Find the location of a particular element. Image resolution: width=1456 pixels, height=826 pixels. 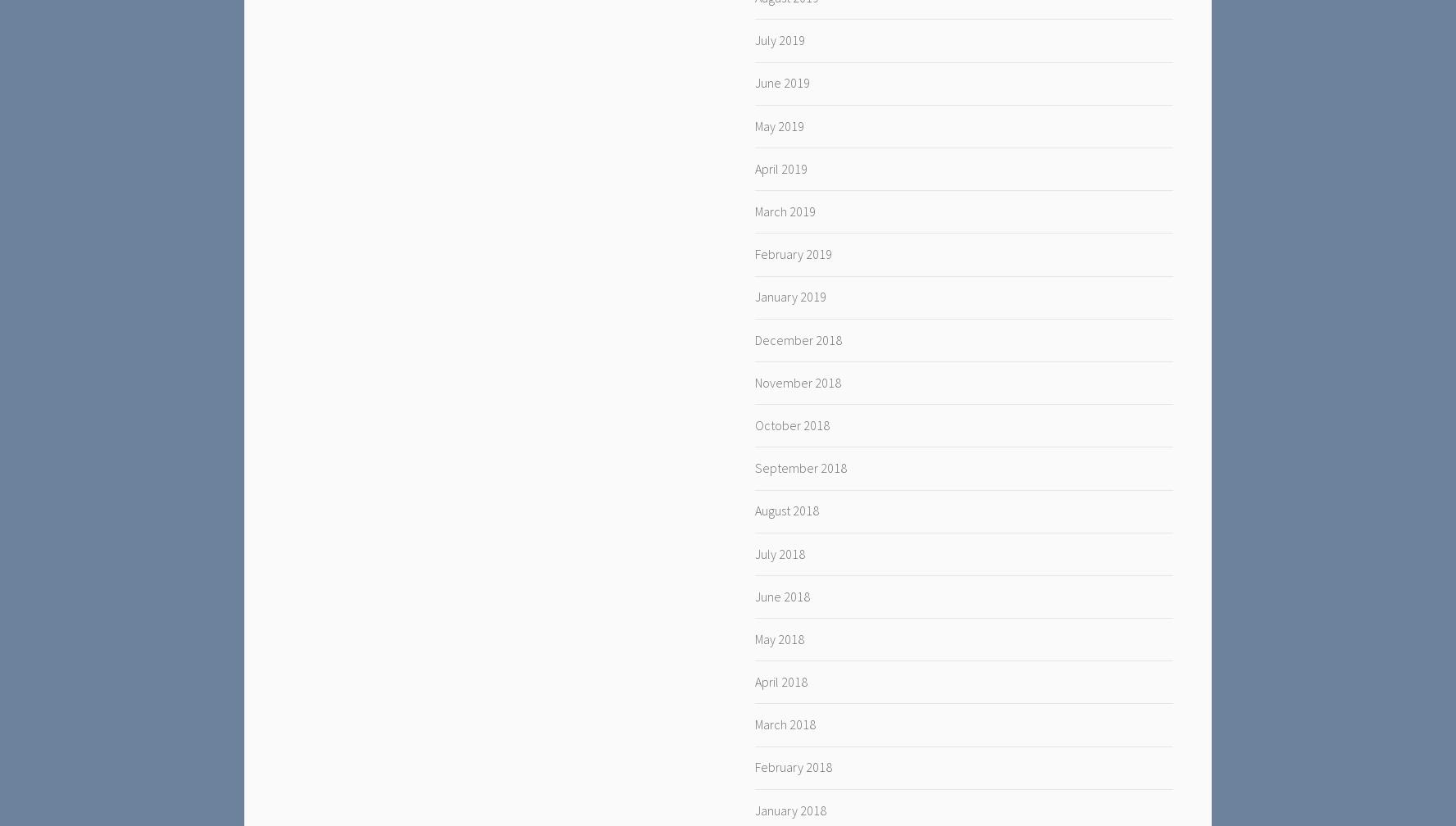

'June 2019' is located at coordinates (780, 83).